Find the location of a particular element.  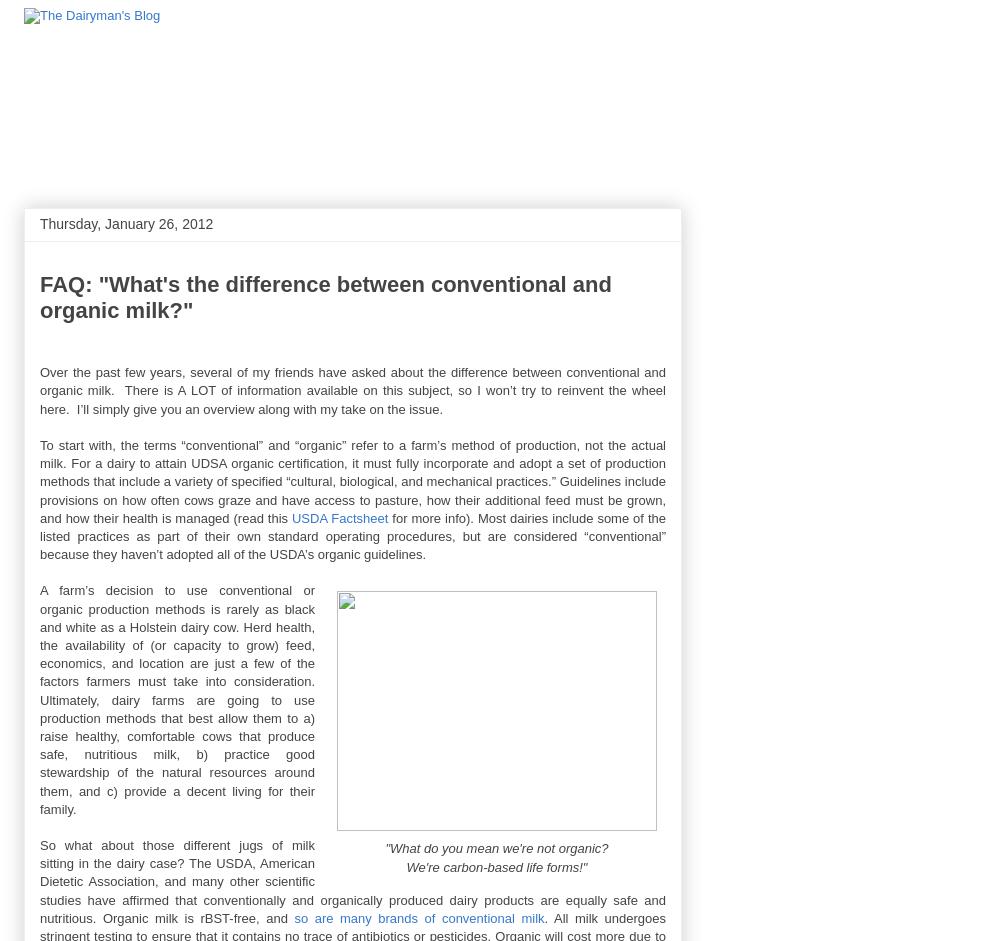

'Thursday, January 26, 2012' is located at coordinates (126, 222).